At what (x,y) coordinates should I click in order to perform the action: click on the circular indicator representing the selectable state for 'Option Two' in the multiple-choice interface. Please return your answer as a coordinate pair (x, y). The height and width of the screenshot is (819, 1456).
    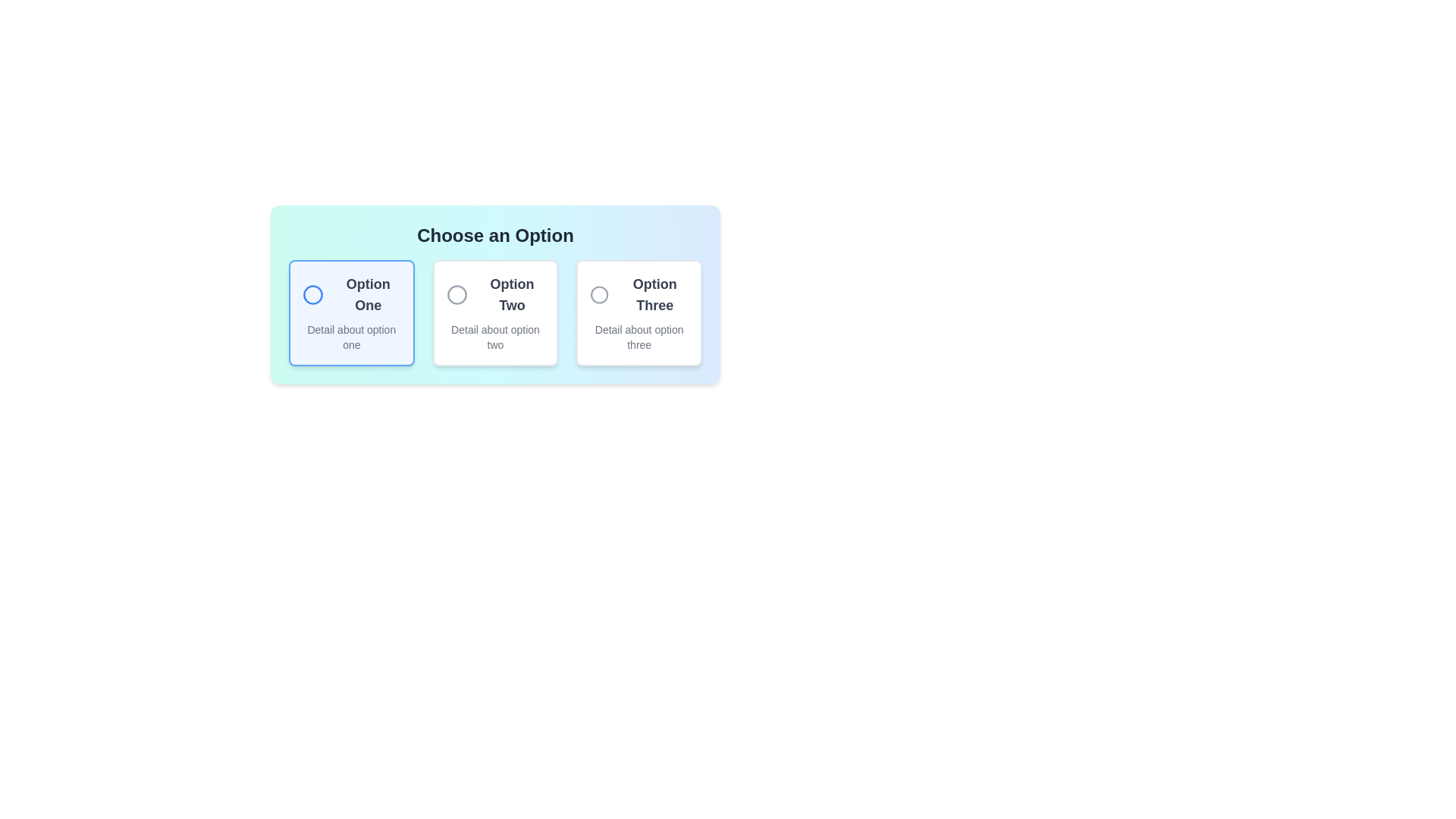
    Looking at the image, I should click on (456, 295).